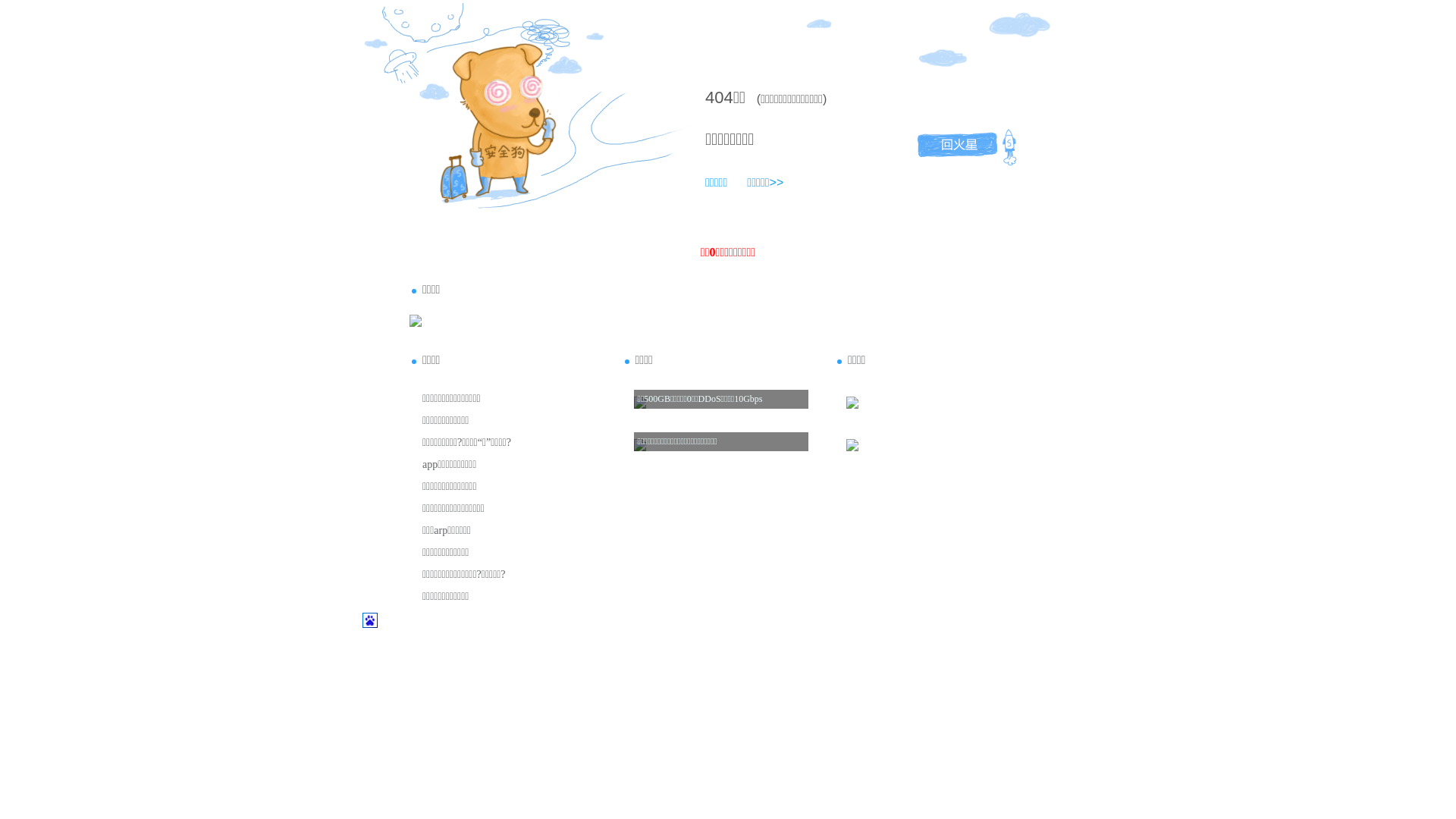 This screenshot has width=1456, height=819. I want to click on '404', so click(718, 97).